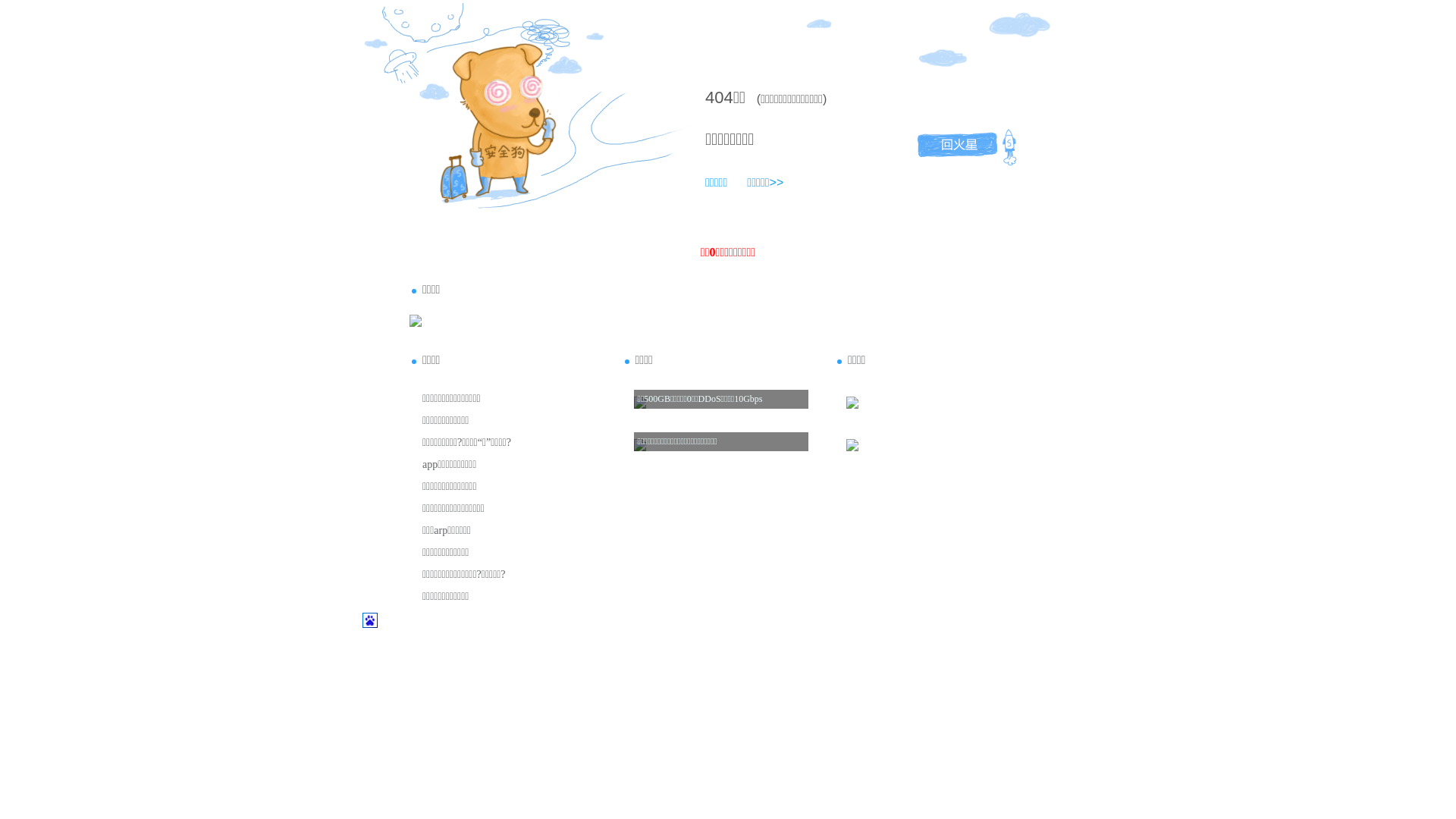 This screenshot has width=1456, height=819. I want to click on '404', so click(718, 97).